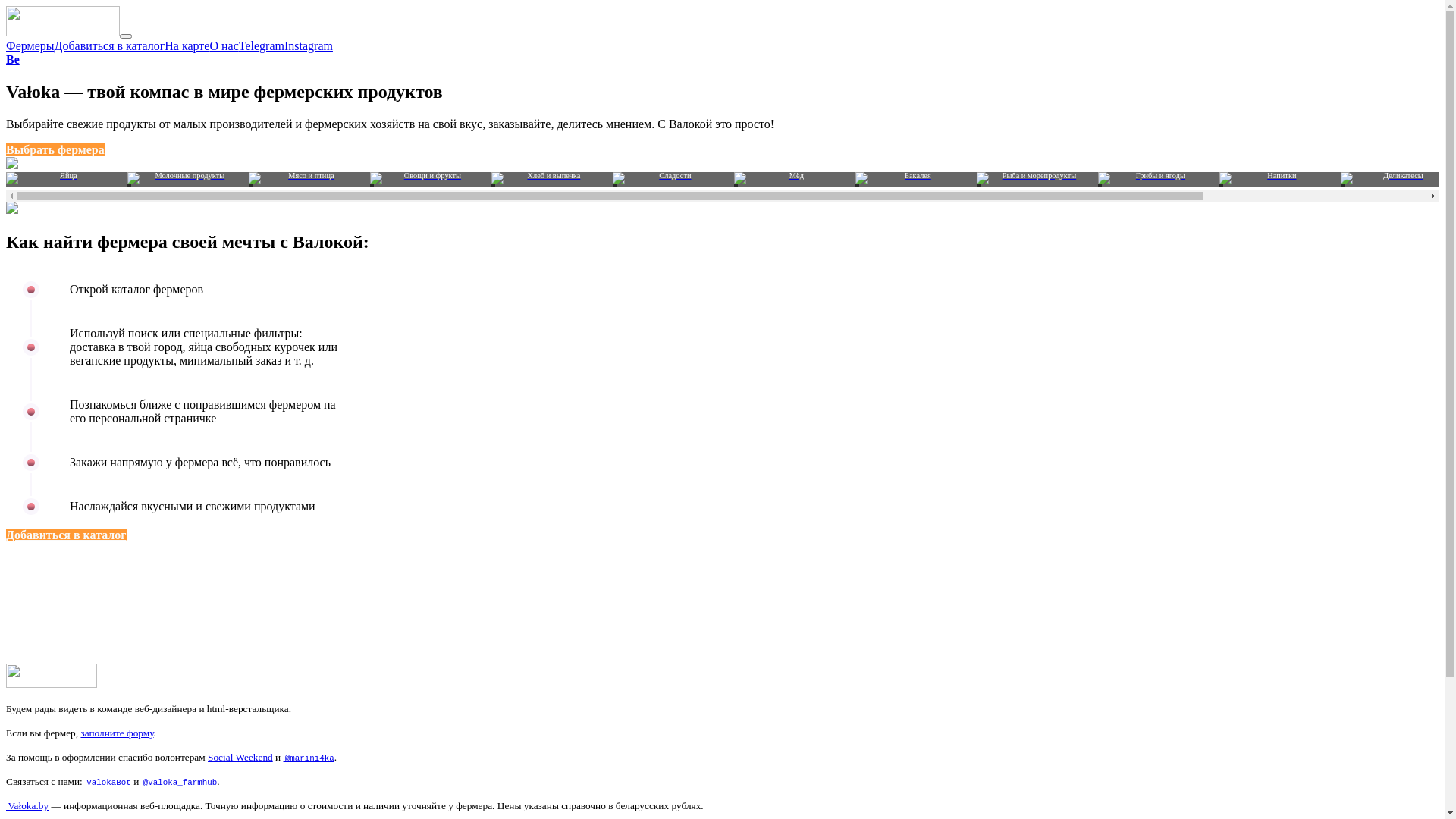 This screenshot has height=819, width=1456. Describe the element at coordinates (238, 45) in the screenshot. I see `'Telegram'` at that location.